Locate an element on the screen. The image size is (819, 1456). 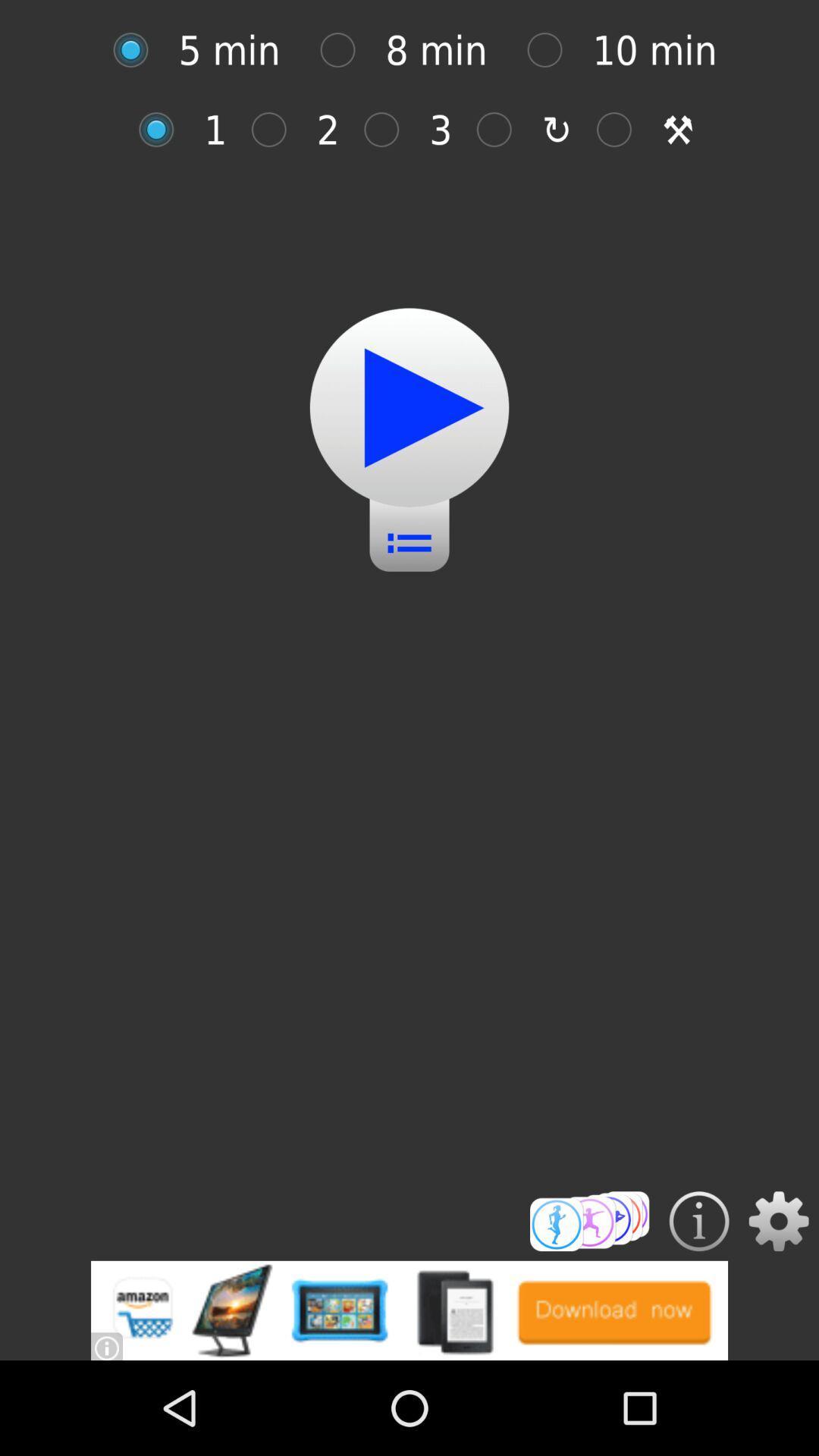
settings is located at coordinates (779, 1221).